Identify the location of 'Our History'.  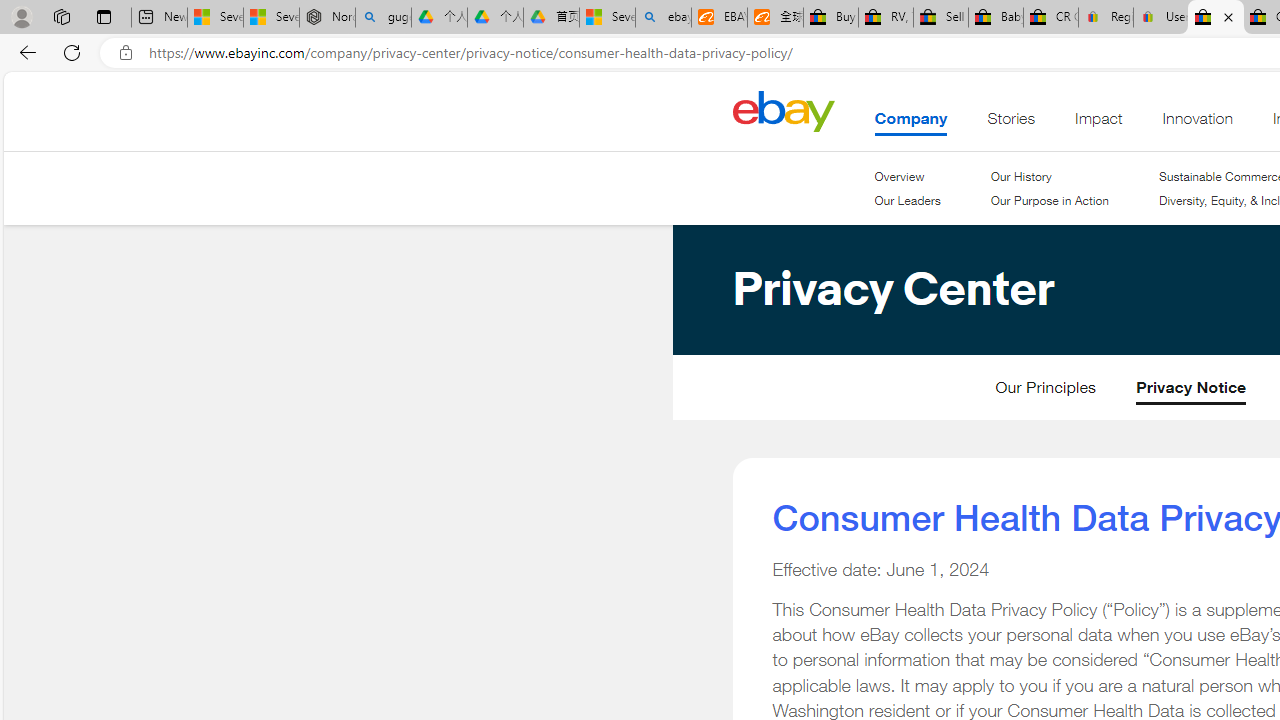
(1047, 176).